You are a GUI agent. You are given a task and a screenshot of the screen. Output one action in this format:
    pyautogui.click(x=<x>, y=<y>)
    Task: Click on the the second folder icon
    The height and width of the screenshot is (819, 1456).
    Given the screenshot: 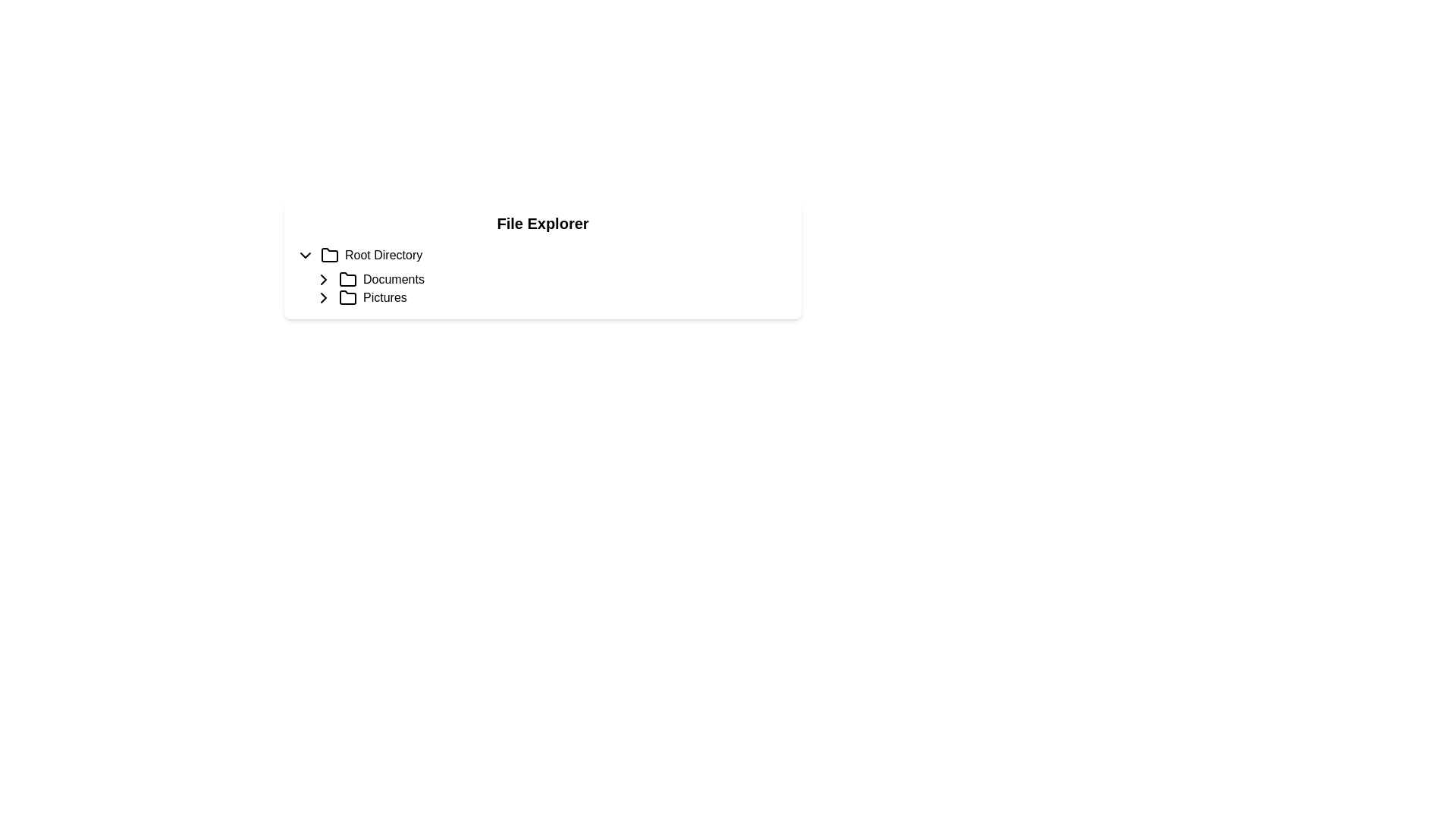 What is the action you would take?
    pyautogui.click(x=347, y=279)
    